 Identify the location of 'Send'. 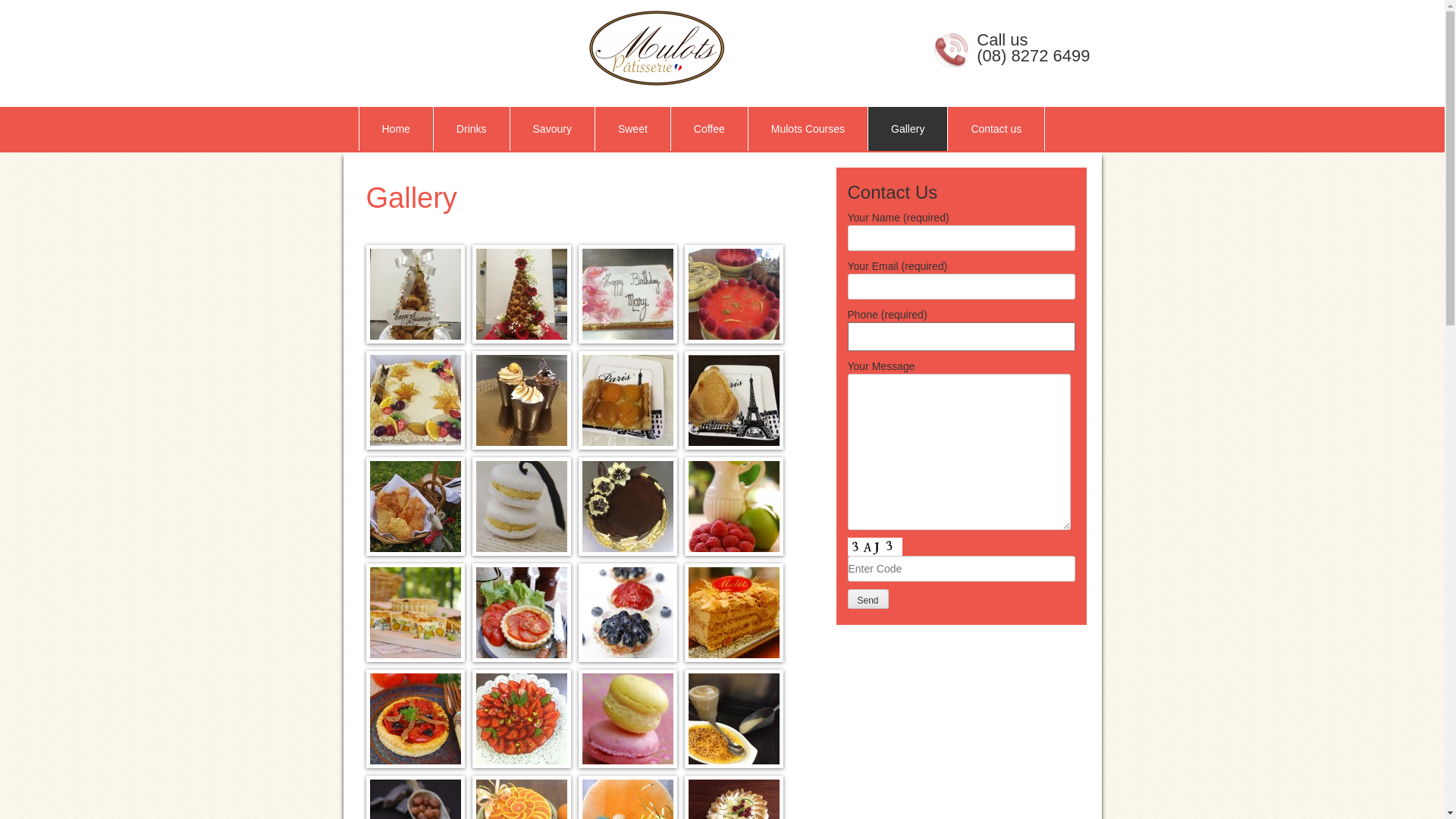
(868, 598).